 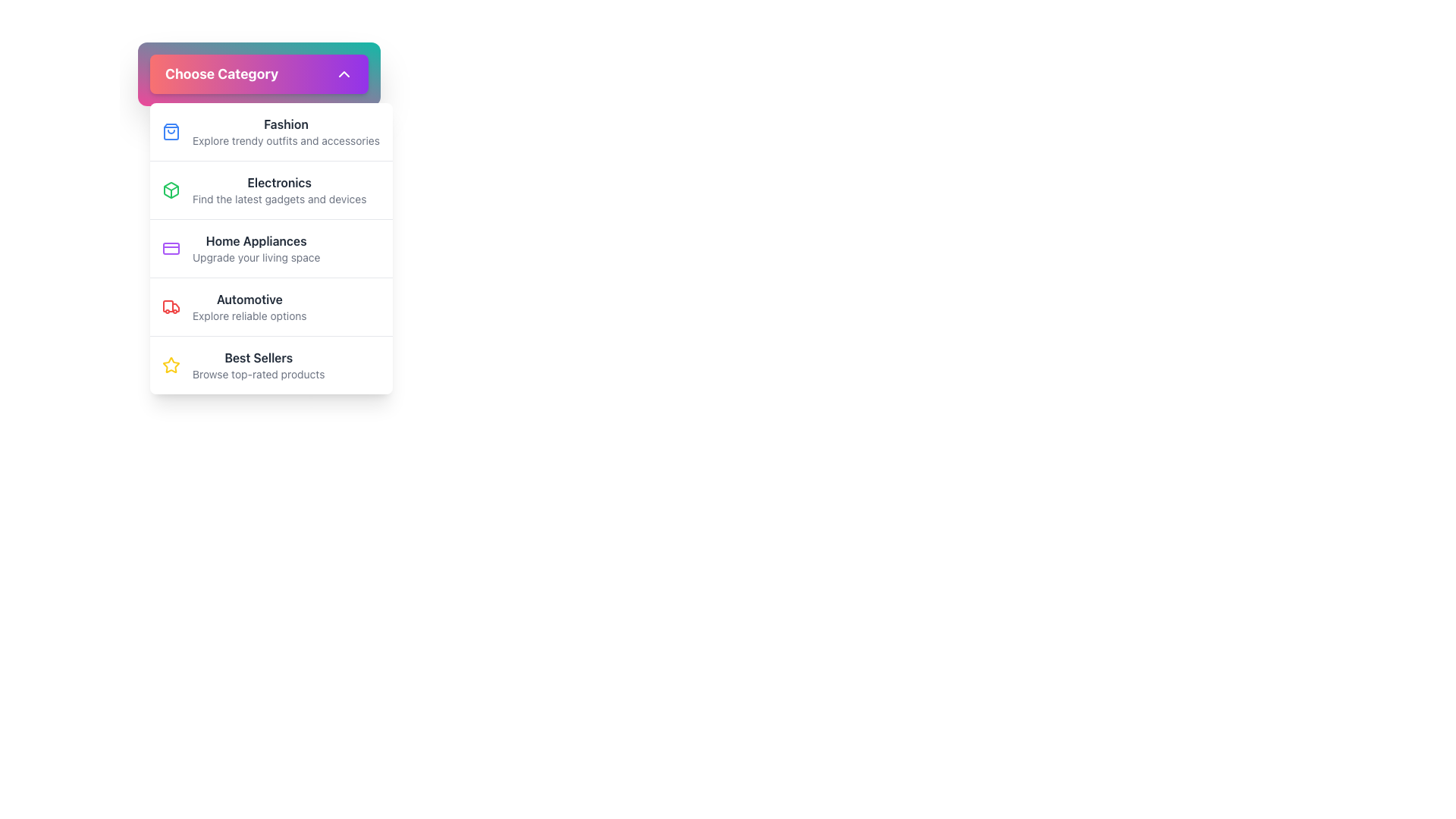 I want to click on the star icon representing the 'Best Sellers' category to interact with it, so click(x=171, y=366).